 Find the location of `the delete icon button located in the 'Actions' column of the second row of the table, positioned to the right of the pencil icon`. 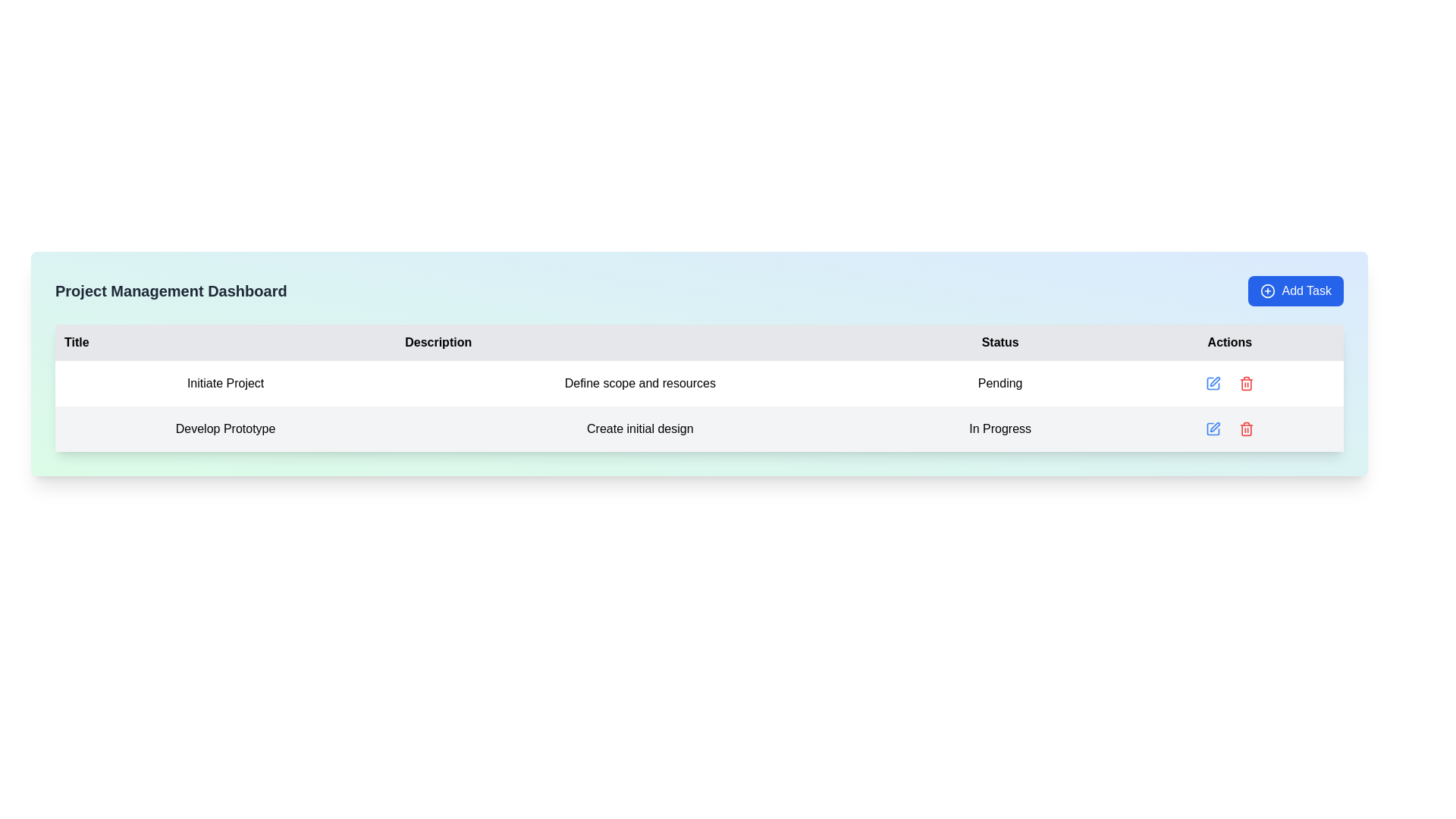

the delete icon button located in the 'Actions' column of the second row of the table, positioned to the right of the pencil icon is located at coordinates (1246, 382).